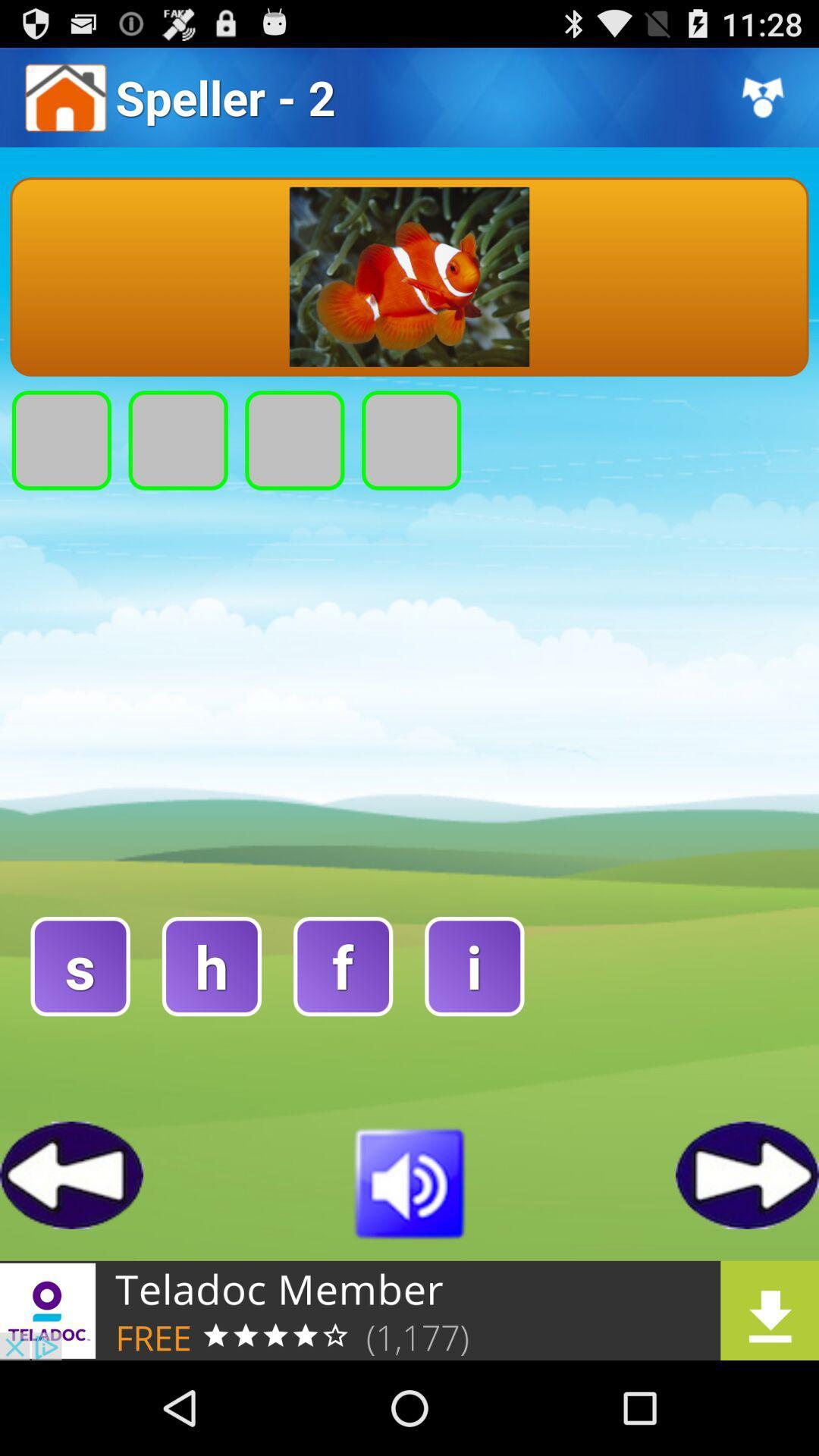 This screenshot has width=819, height=1456. Describe the element at coordinates (409, 1180) in the screenshot. I see `play` at that location.